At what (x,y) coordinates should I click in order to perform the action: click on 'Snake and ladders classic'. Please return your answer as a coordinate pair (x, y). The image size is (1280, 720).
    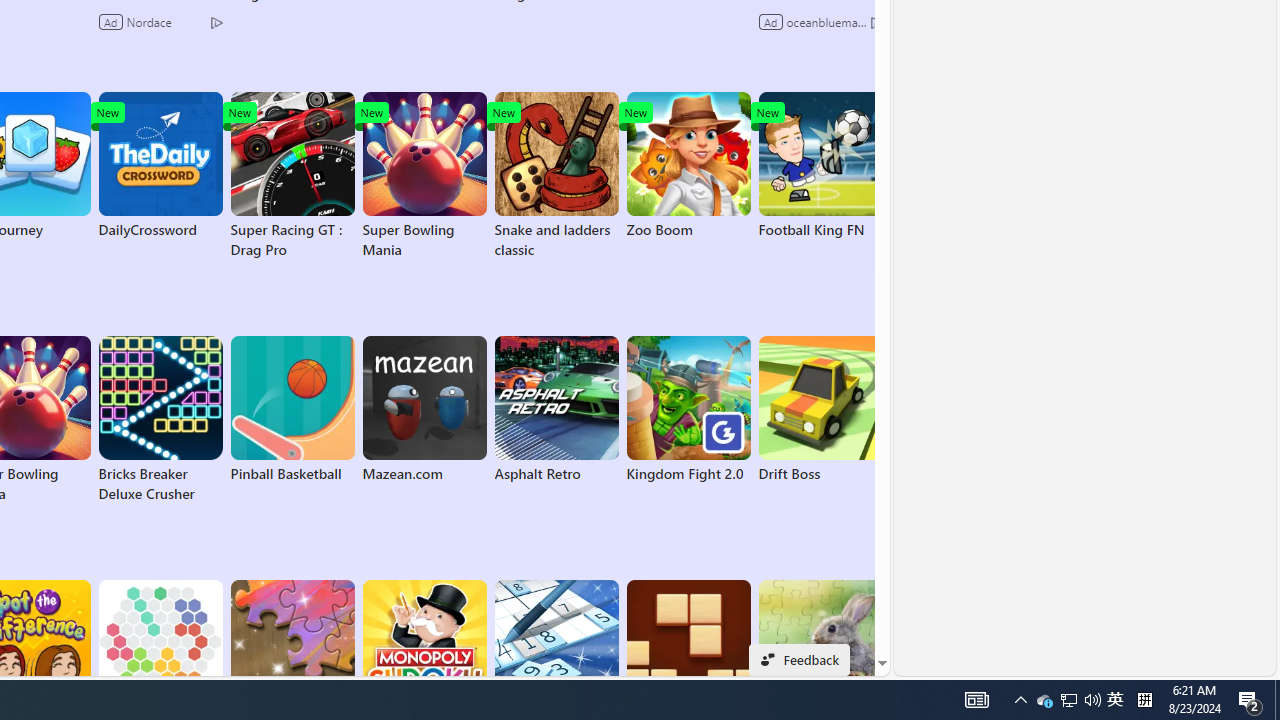
    Looking at the image, I should click on (556, 175).